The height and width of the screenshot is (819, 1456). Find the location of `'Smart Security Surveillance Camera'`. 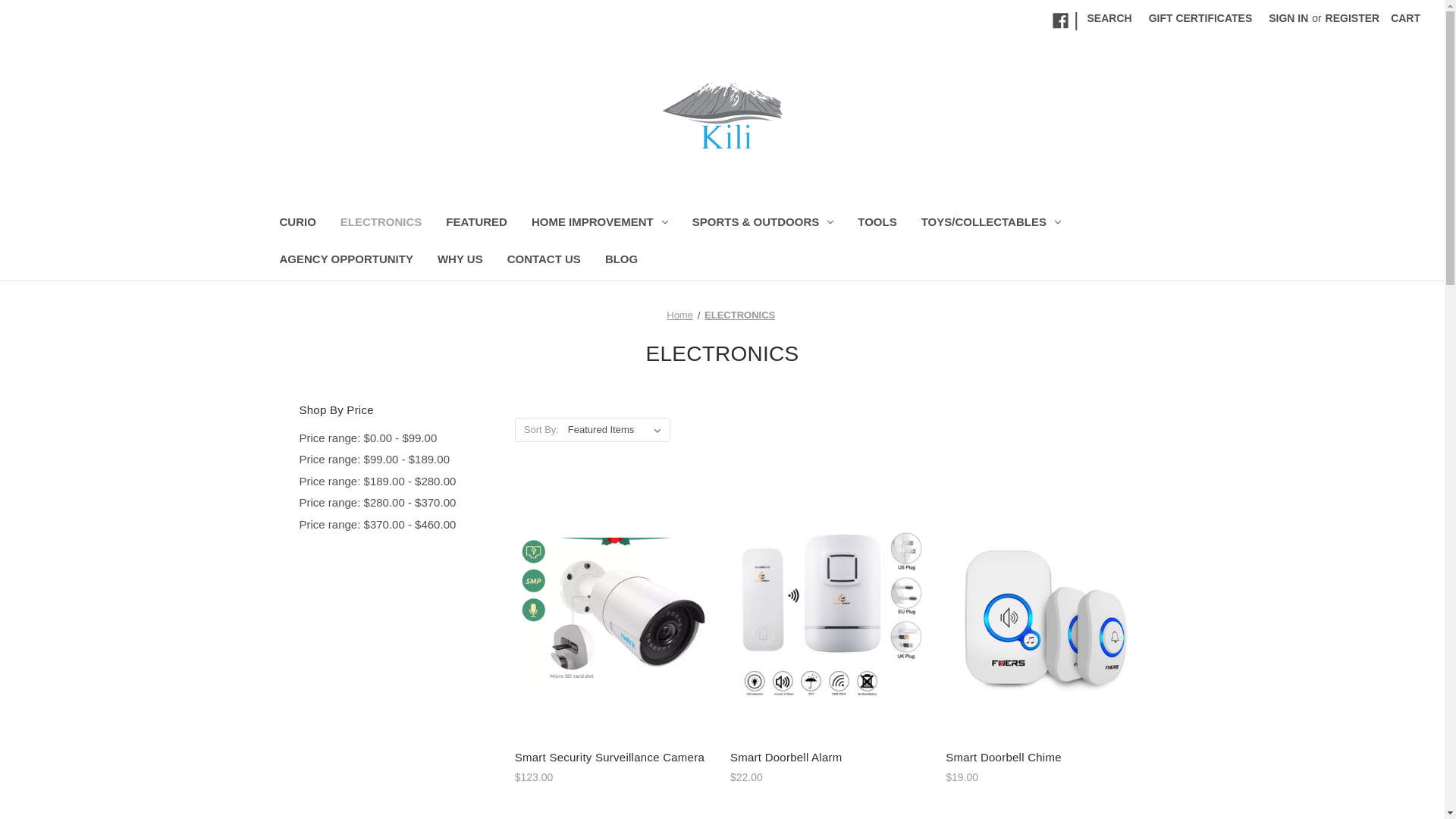

'Smart Security Surveillance Camera' is located at coordinates (614, 758).